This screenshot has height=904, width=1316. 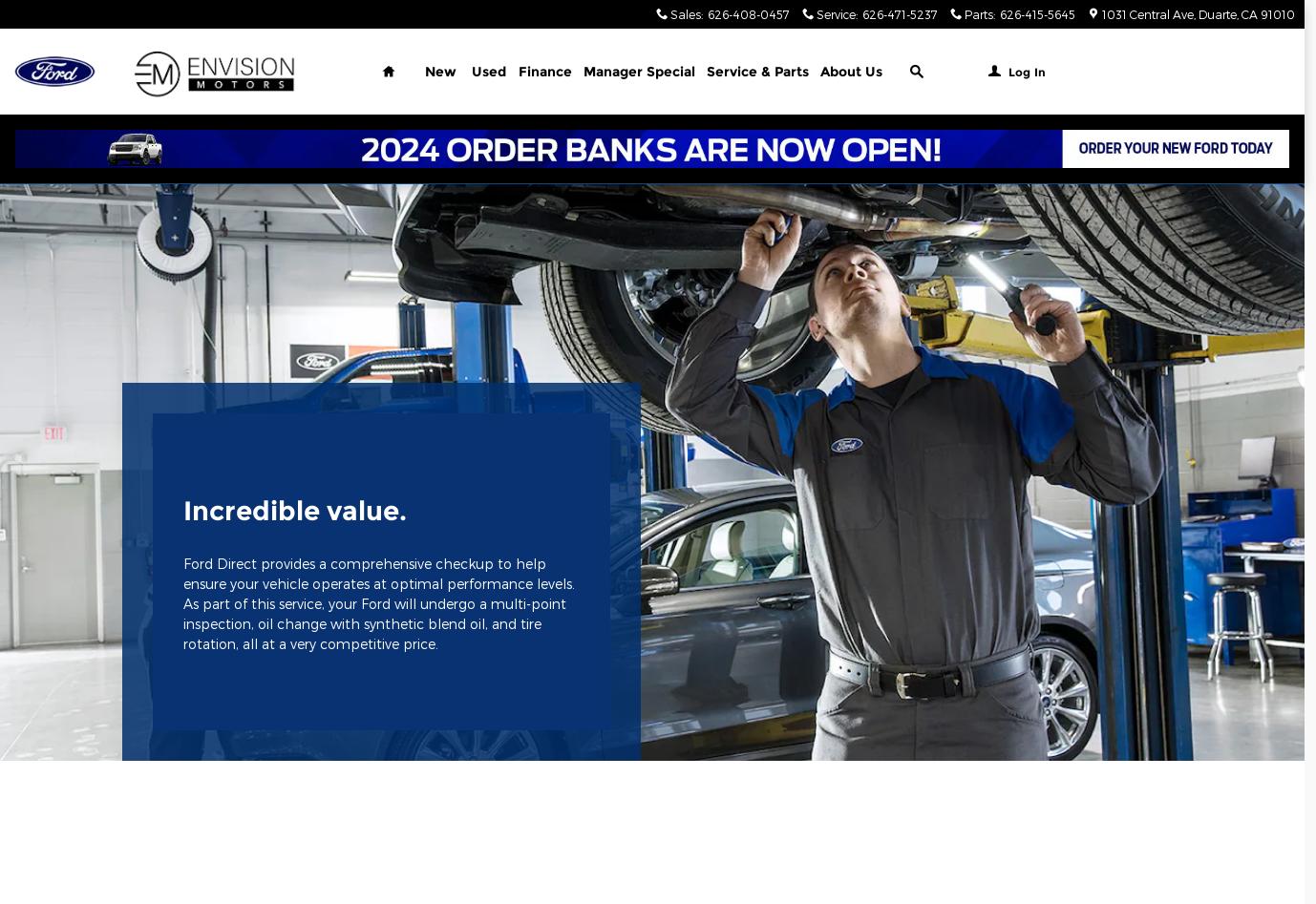 What do you see at coordinates (1249, 13) in the screenshot?
I see `'CA'` at bounding box center [1249, 13].